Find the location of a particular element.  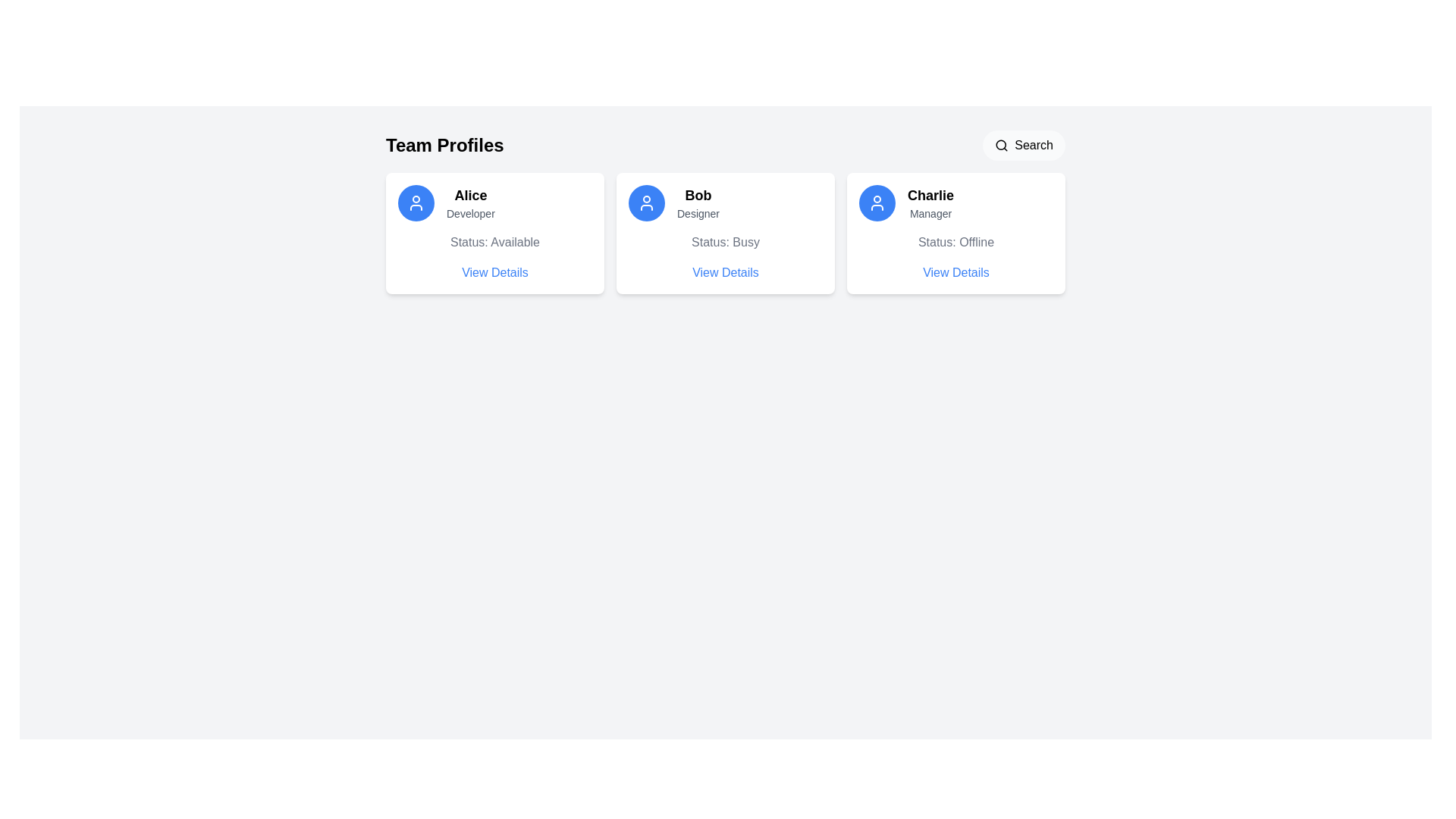

bolded text label 'Charlie' prominently displayed under the 'Team Profiles' heading, positioned towards the top-right corner of the layout is located at coordinates (930, 195).